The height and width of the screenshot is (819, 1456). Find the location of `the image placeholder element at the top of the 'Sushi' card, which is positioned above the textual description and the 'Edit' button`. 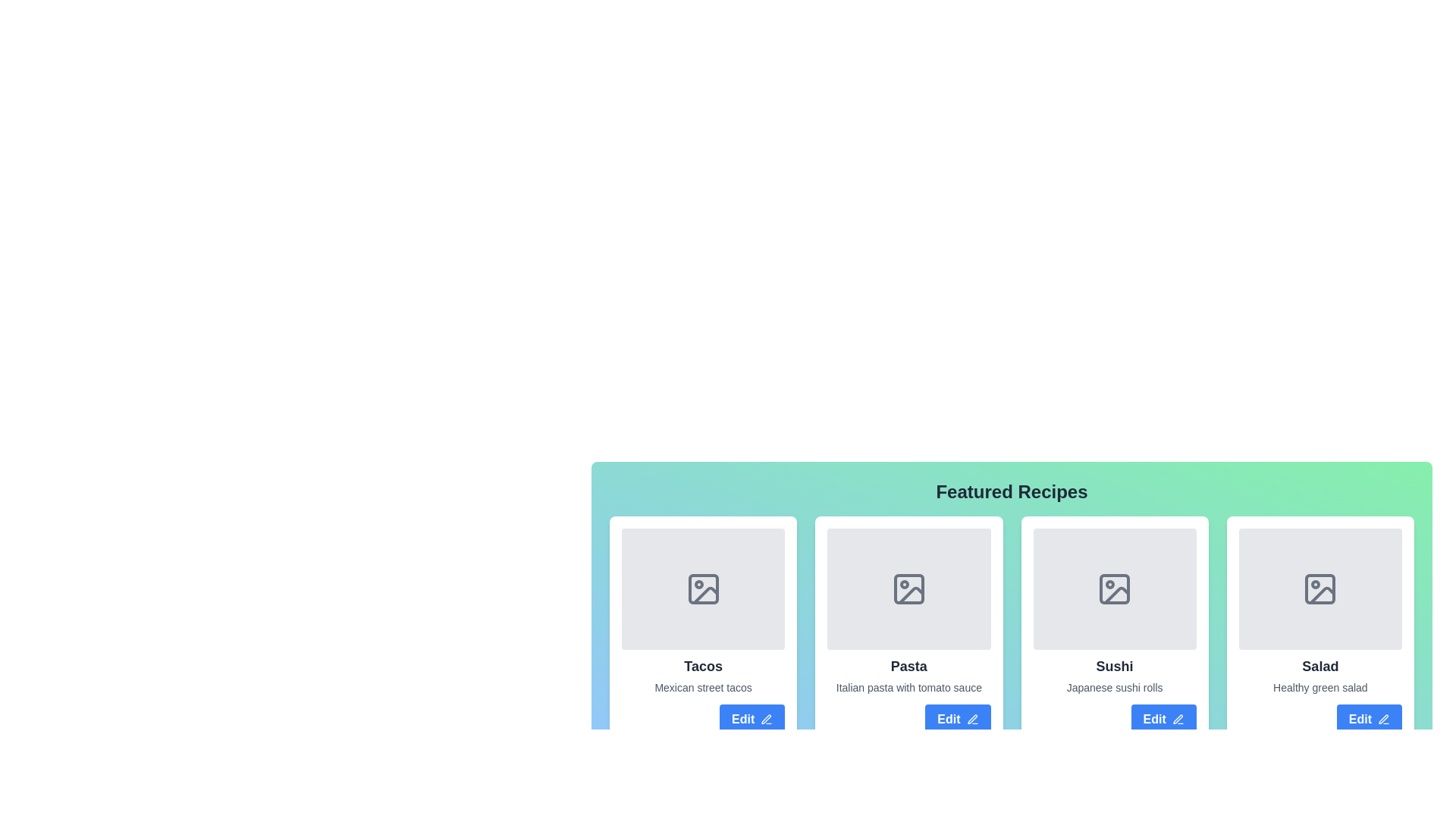

the image placeholder element at the top of the 'Sushi' card, which is positioned above the textual description and the 'Edit' button is located at coordinates (1115, 588).